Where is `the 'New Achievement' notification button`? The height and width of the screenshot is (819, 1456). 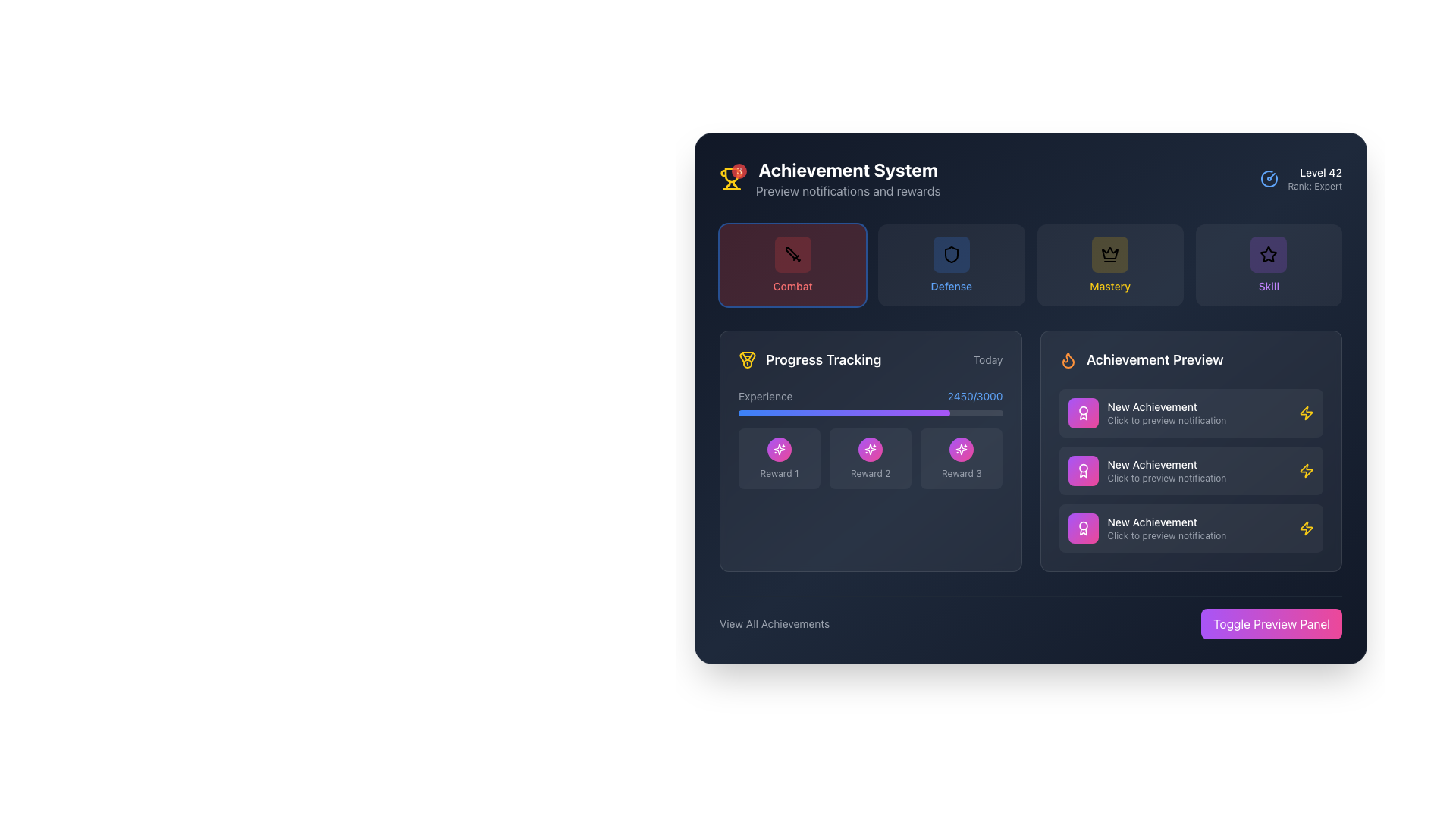 the 'New Achievement' notification button is located at coordinates (1190, 413).